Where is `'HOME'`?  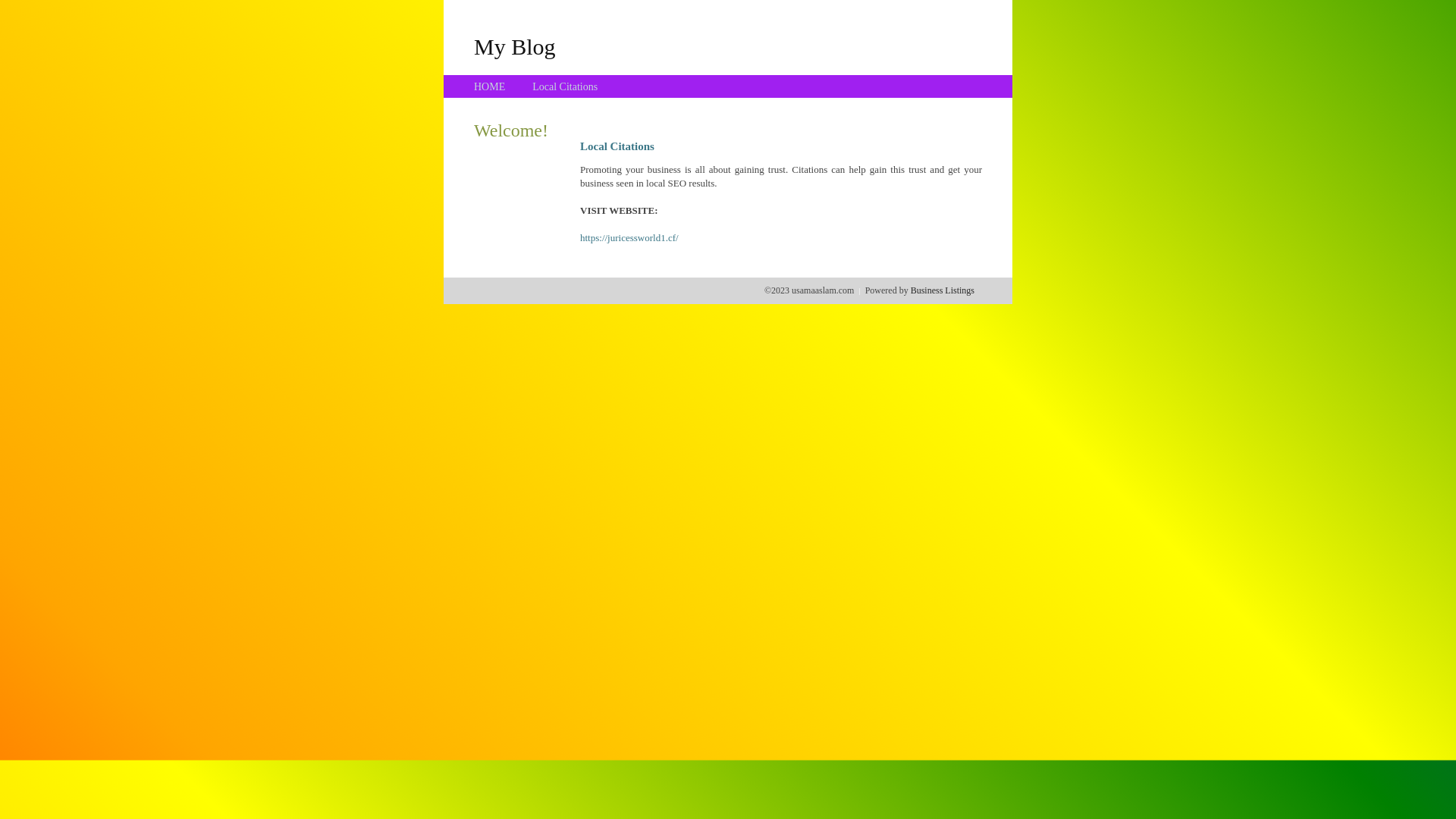 'HOME' is located at coordinates (489, 86).